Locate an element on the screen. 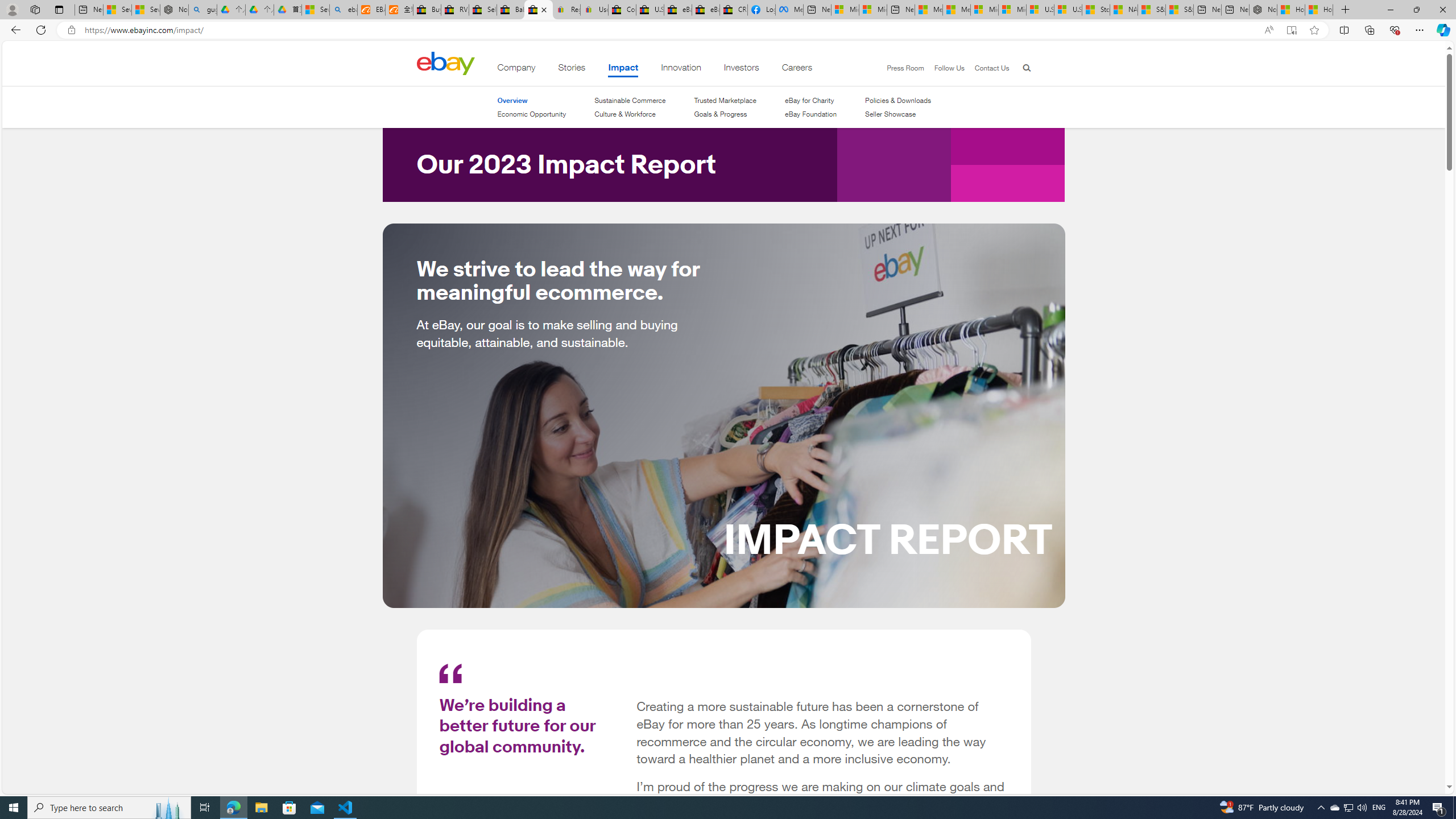  'Trusted Marketplace' is located at coordinates (725, 100).